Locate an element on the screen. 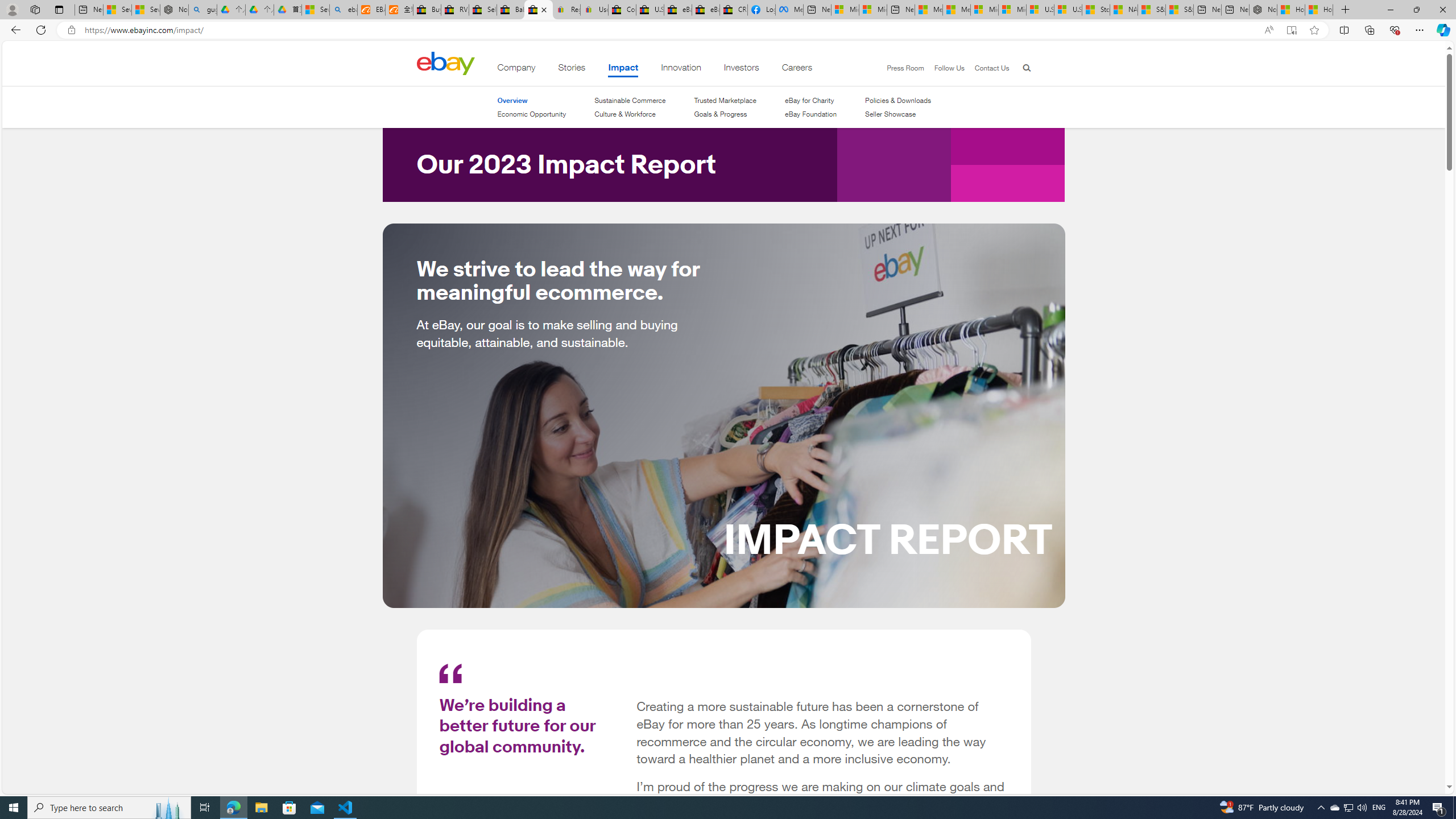  'Trusted Marketplace' is located at coordinates (725, 100).